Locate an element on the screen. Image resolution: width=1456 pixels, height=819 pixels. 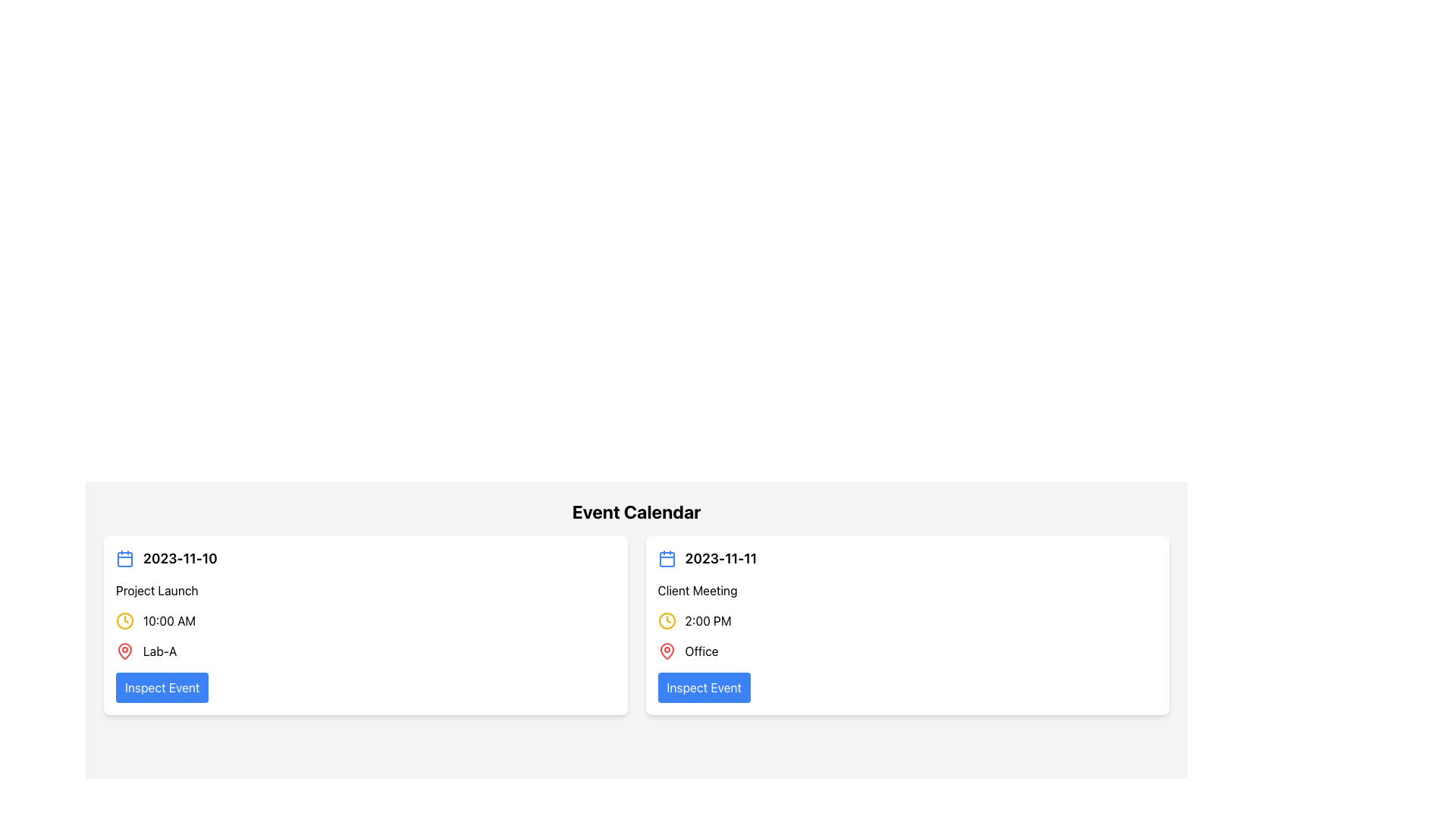
the blue calendar icon located at the upper-left corner of the first event card, next to the date text '2023-11-10' is located at coordinates (124, 558).